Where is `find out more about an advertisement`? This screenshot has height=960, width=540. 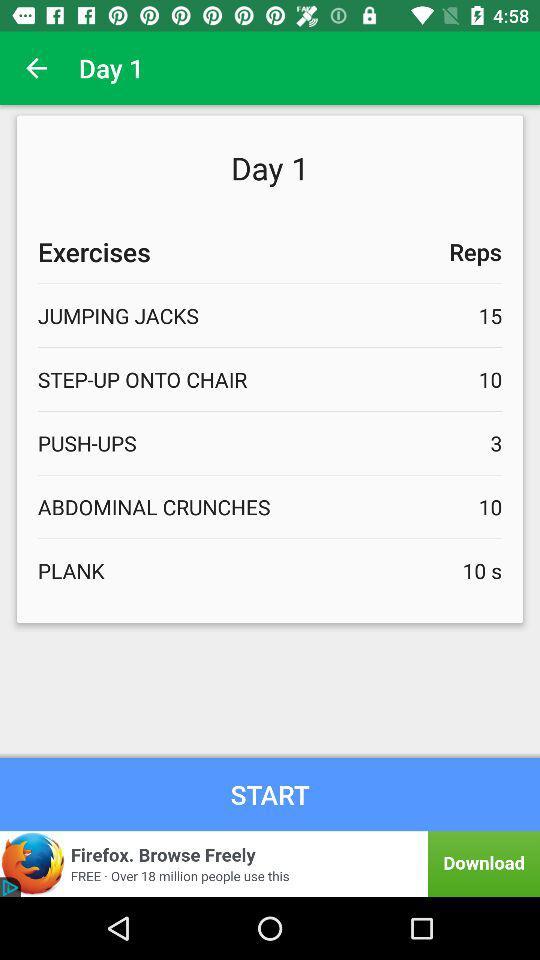
find out more about an advertisement is located at coordinates (270, 863).